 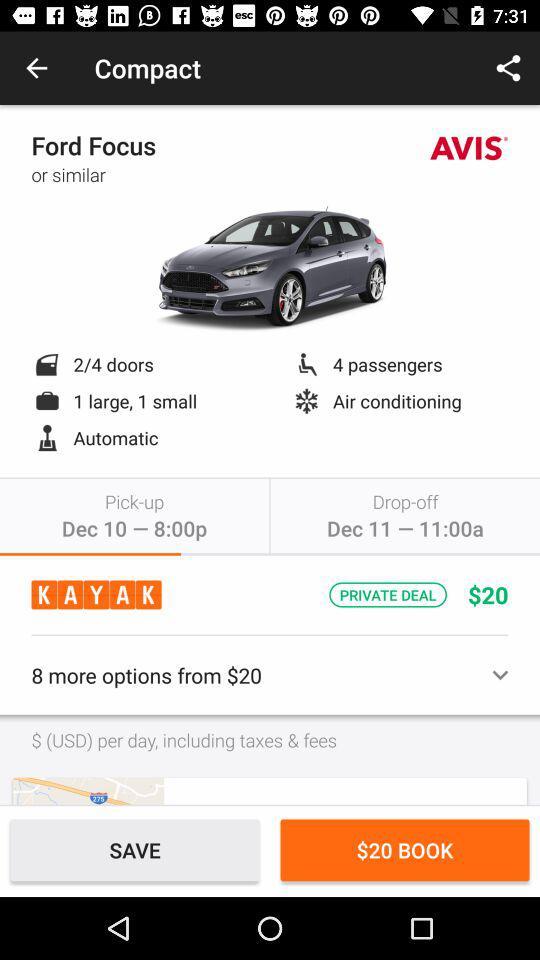 What do you see at coordinates (87, 791) in the screenshot?
I see `the item next to the pick up drop item` at bounding box center [87, 791].